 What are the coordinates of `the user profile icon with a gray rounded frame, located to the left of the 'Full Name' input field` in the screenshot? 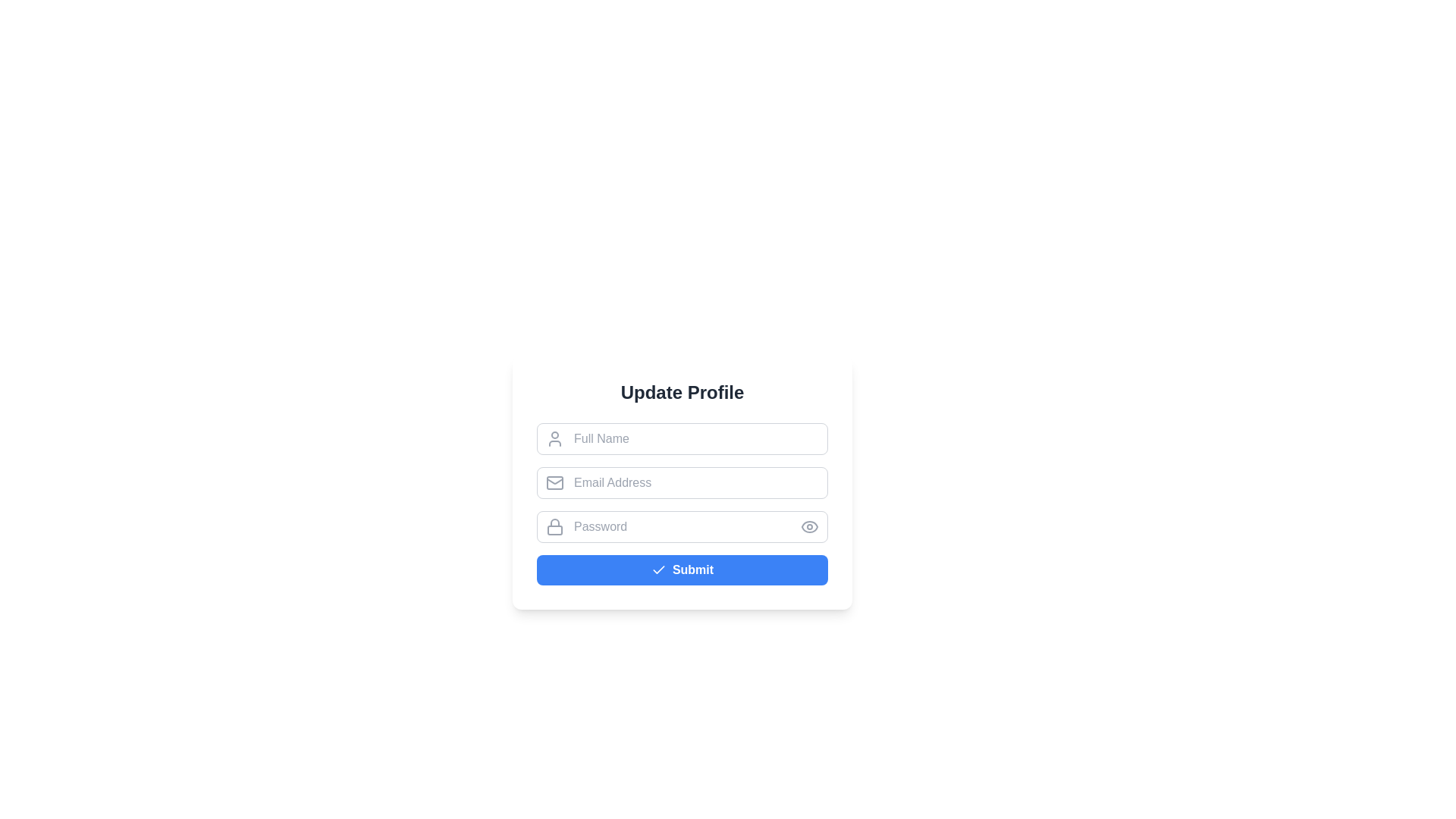 It's located at (554, 438).